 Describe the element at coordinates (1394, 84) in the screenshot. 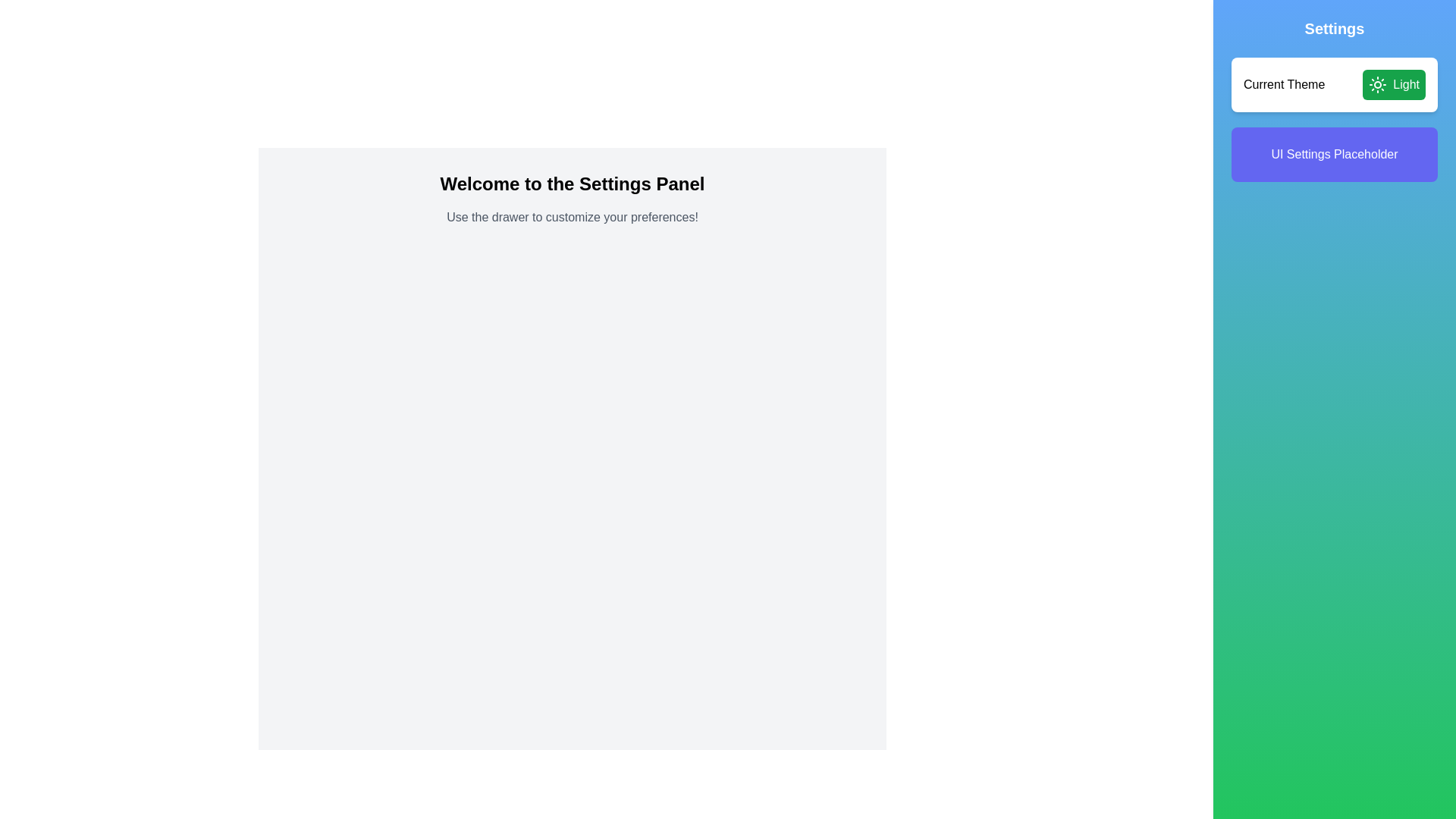

I see `the 'Light' button to toggle the theme` at that location.